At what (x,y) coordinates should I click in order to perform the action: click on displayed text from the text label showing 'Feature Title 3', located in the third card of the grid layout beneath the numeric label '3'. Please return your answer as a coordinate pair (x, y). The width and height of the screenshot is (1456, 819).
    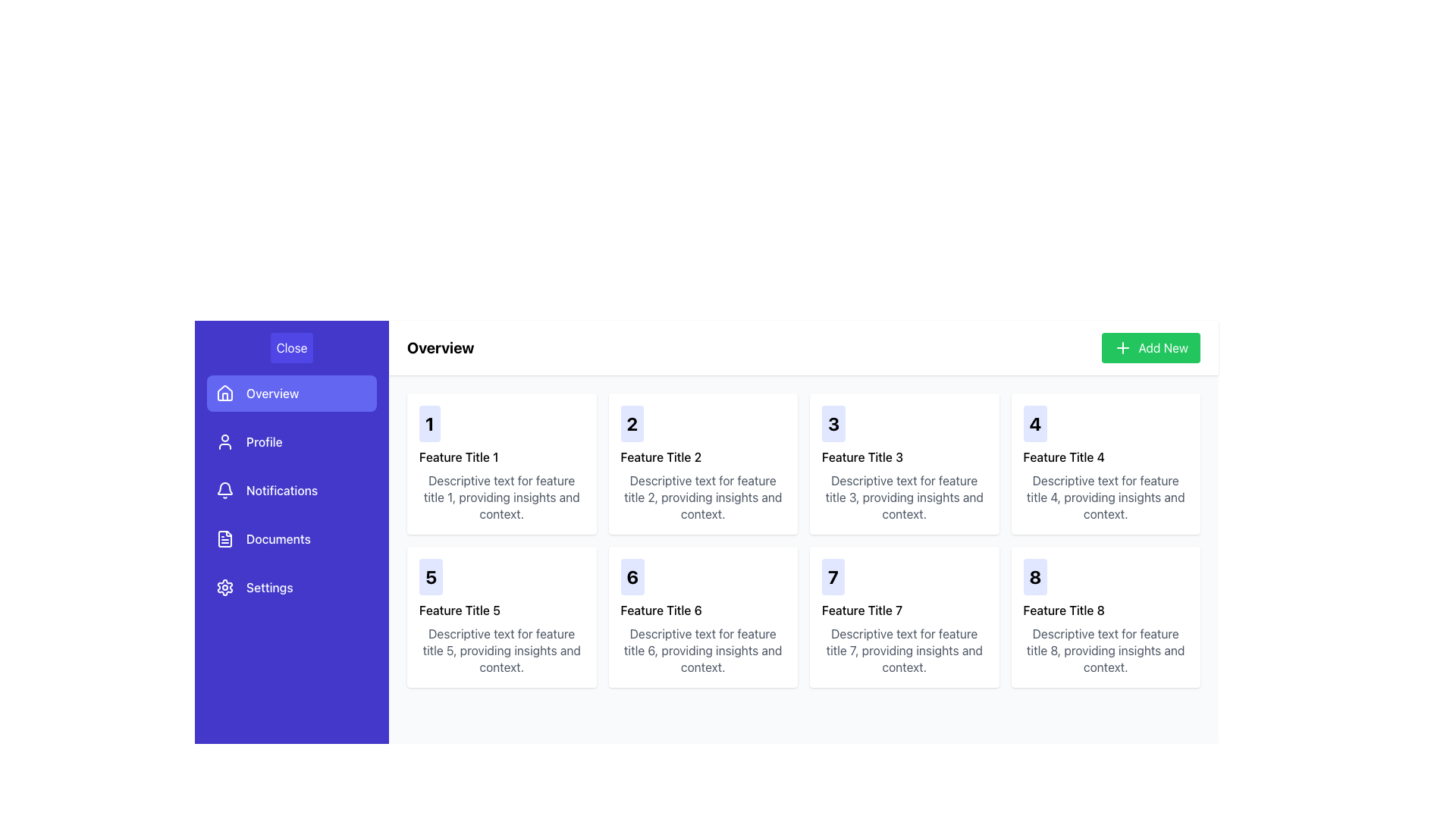
    Looking at the image, I should click on (862, 456).